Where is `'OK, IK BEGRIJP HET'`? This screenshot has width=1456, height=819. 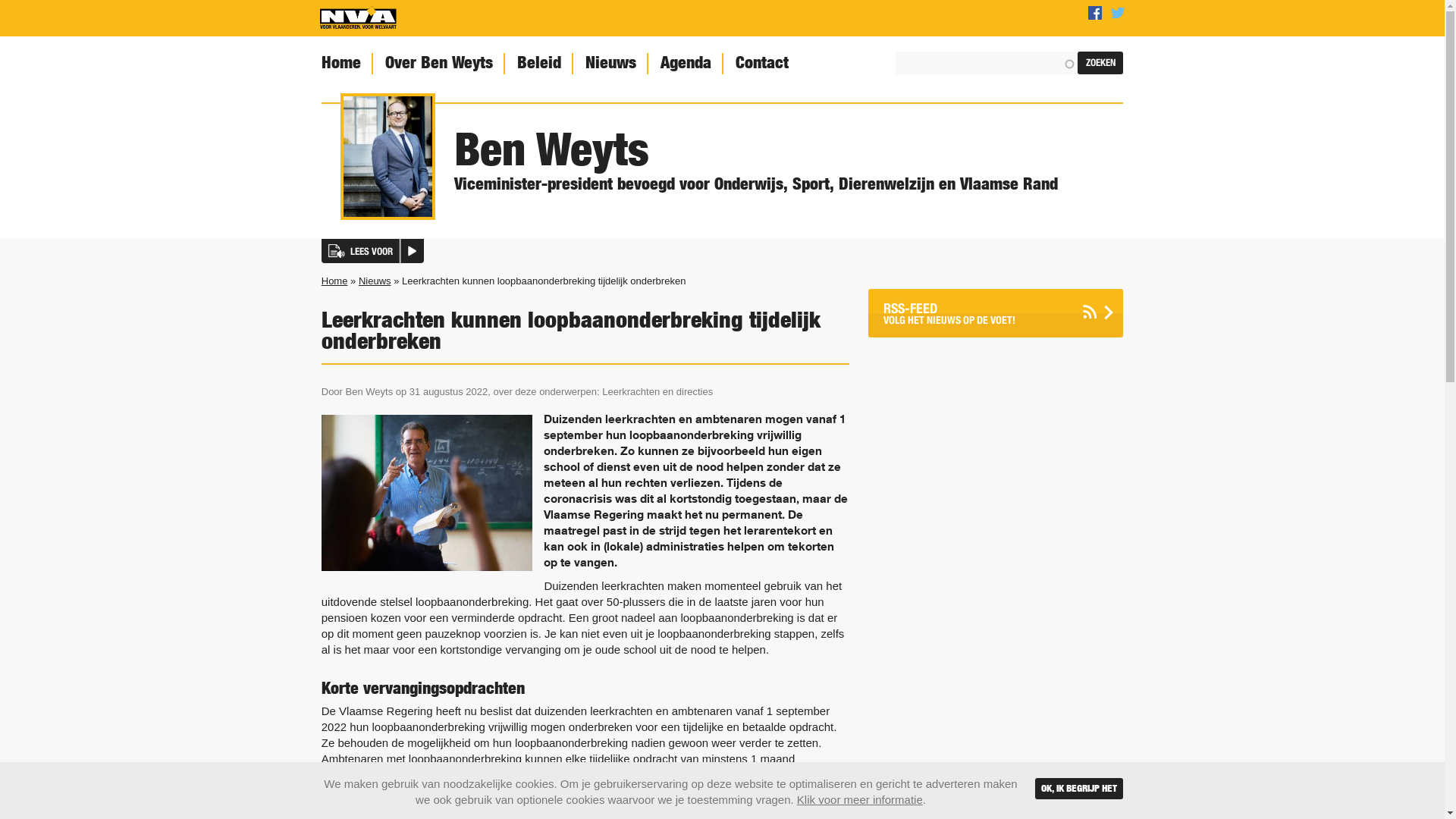 'OK, IK BEGRIJP HET' is located at coordinates (1078, 788).